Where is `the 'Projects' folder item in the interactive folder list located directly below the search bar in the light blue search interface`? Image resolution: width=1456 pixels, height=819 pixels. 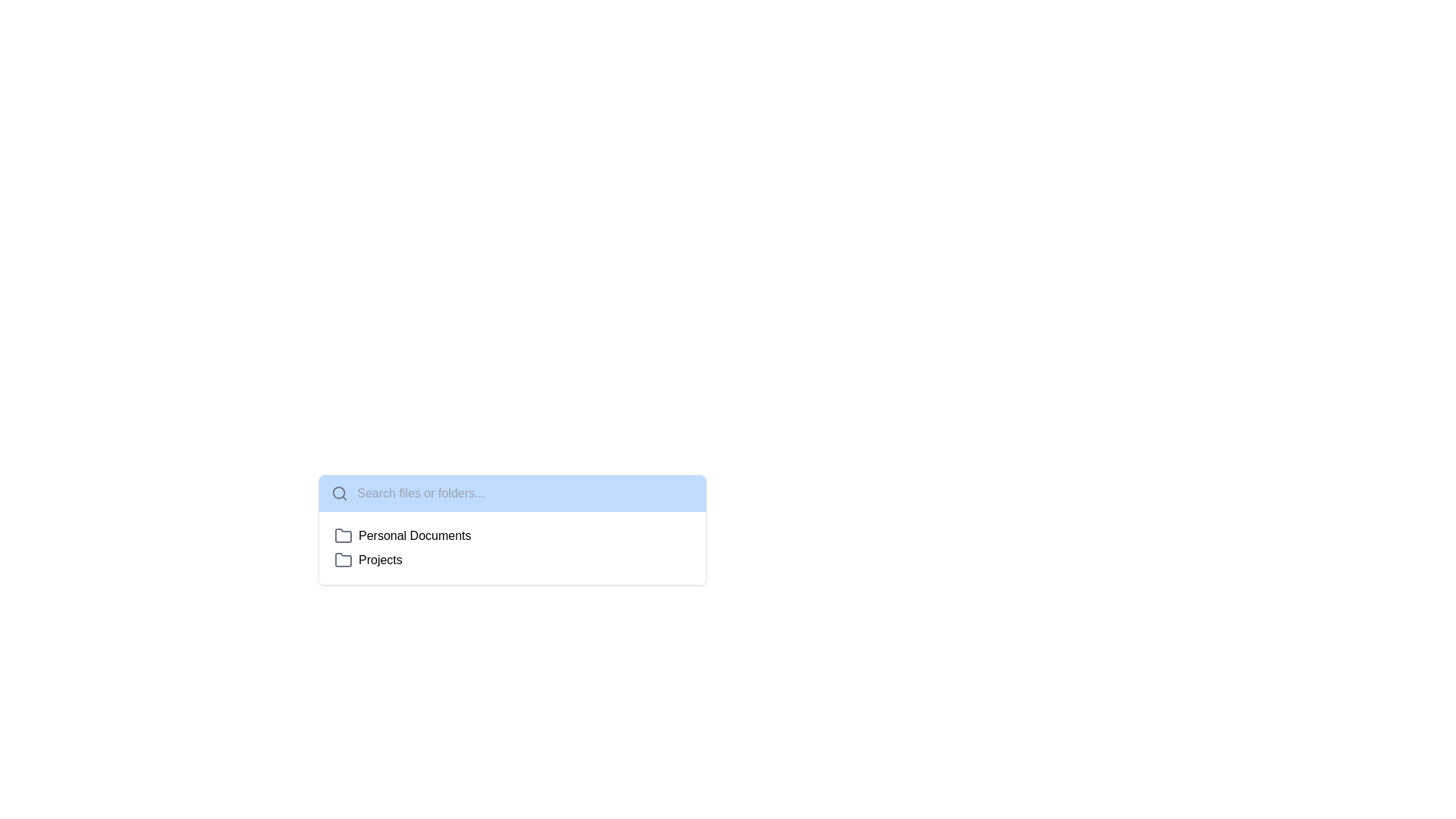 the 'Projects' folder item in the interactive folder list located directly below the search bar in the light blue search interface is located at coordinates (513, 548).